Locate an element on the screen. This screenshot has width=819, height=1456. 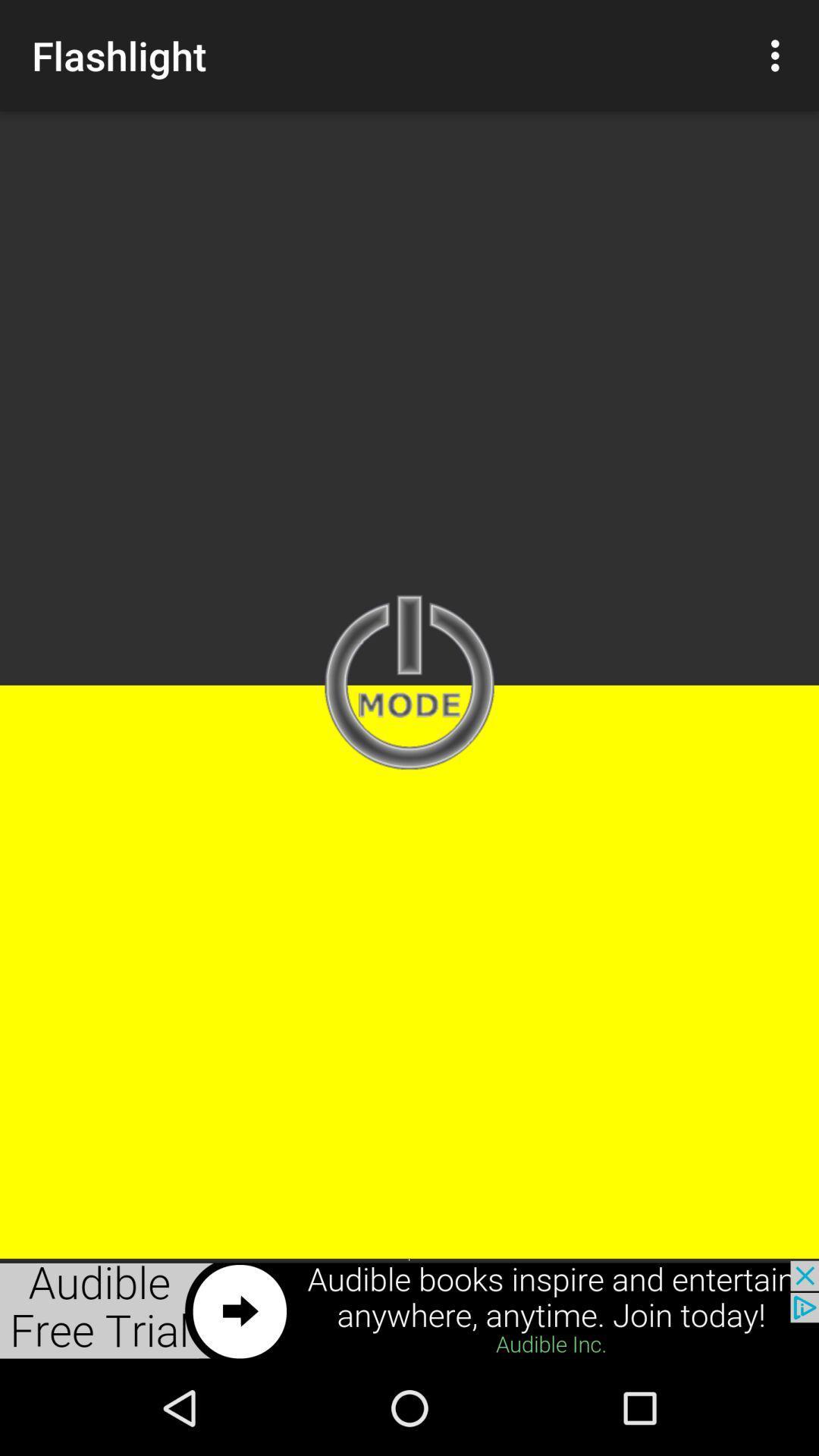
button page is located at coordinates (409, 683).